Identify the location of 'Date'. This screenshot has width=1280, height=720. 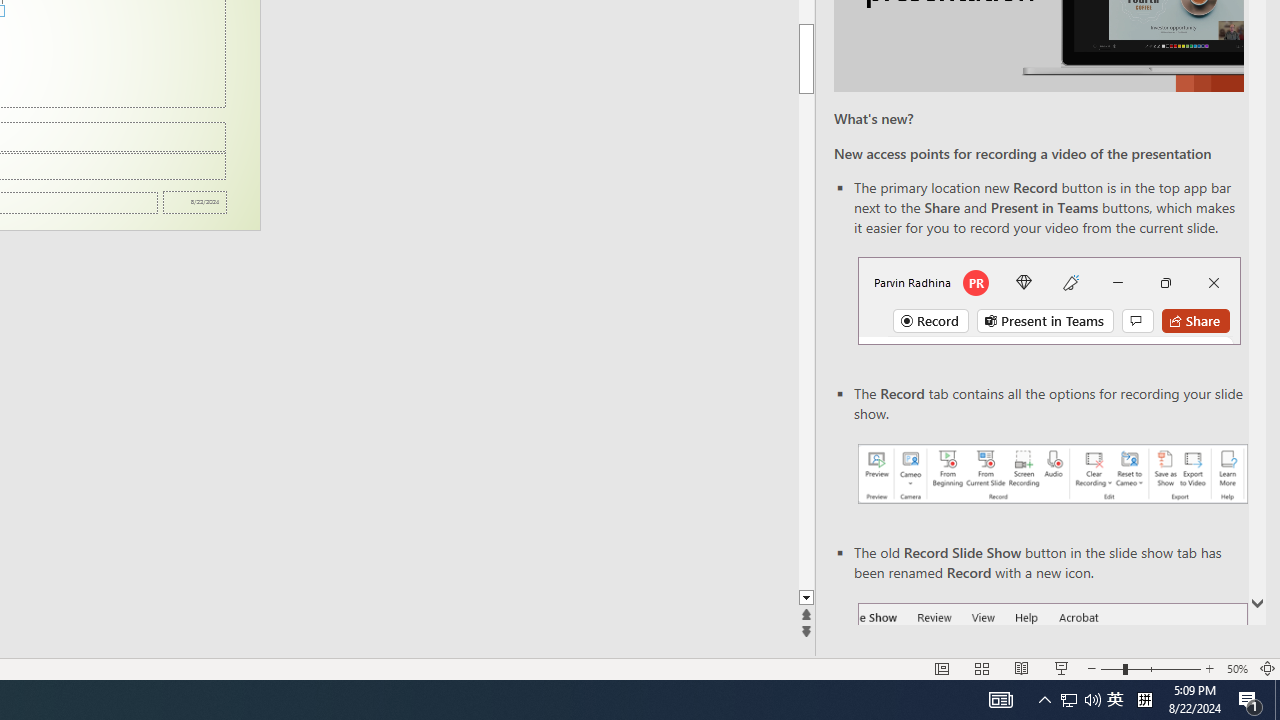
(194, 202).